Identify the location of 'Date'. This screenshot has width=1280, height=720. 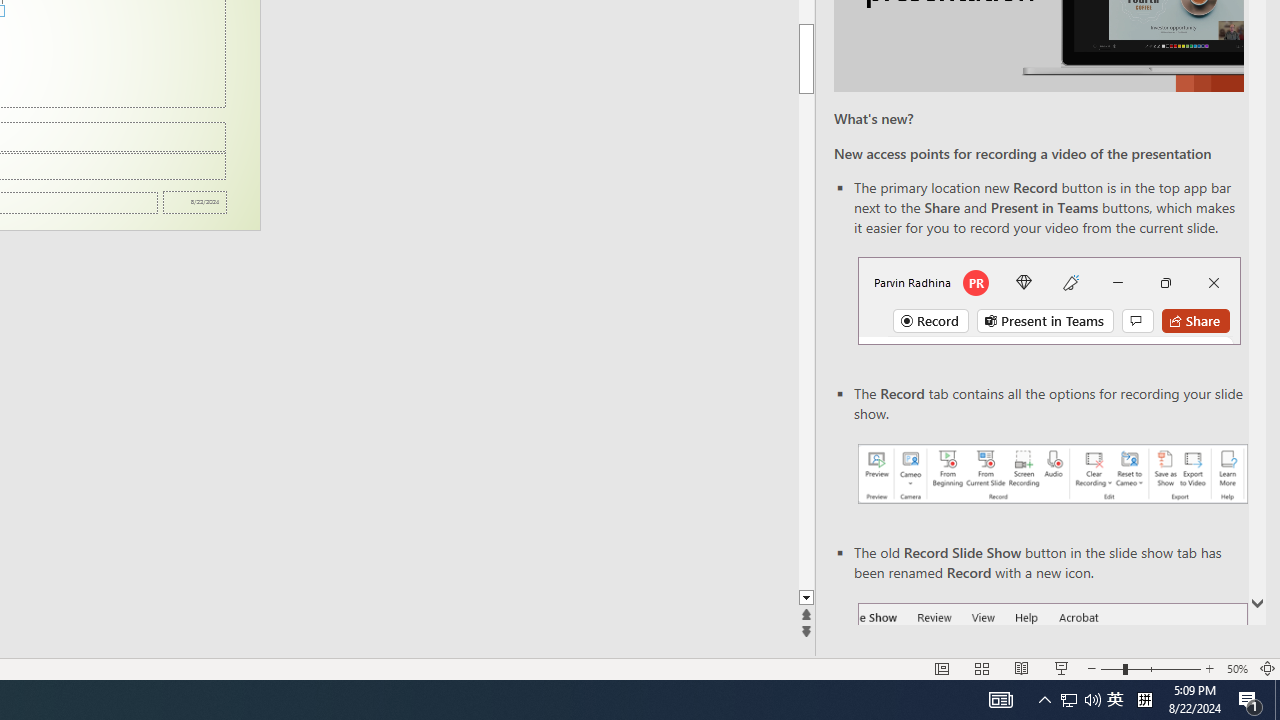
(194, 202).